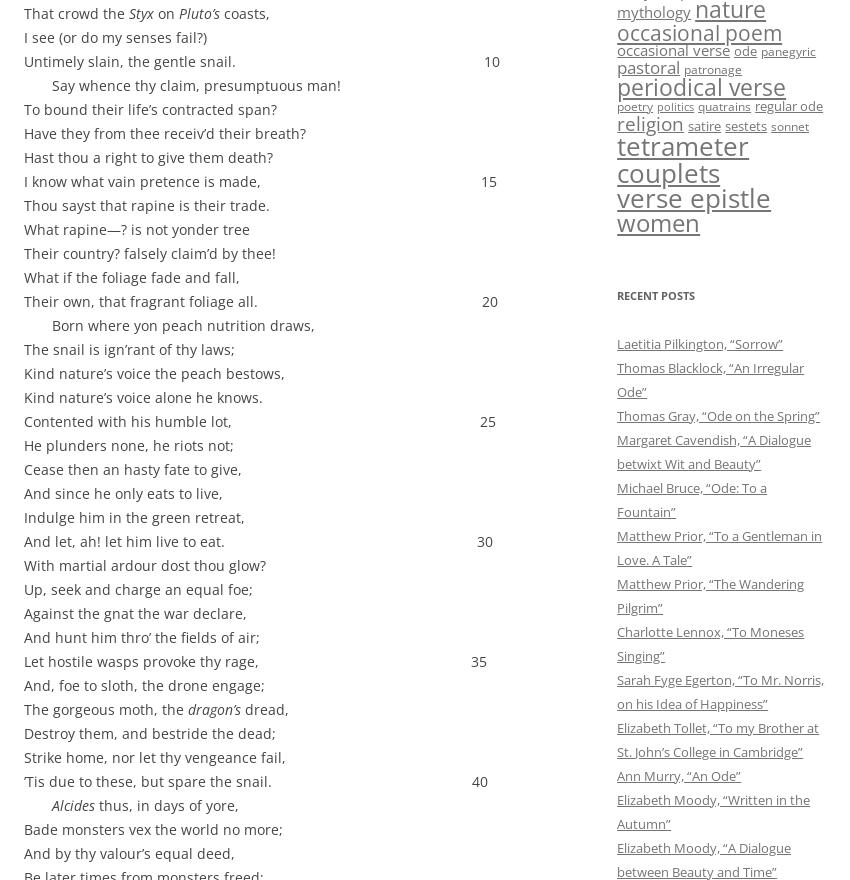  I want to click on 'Kind nature’s voice the peach bestows,', so click(154, 372).